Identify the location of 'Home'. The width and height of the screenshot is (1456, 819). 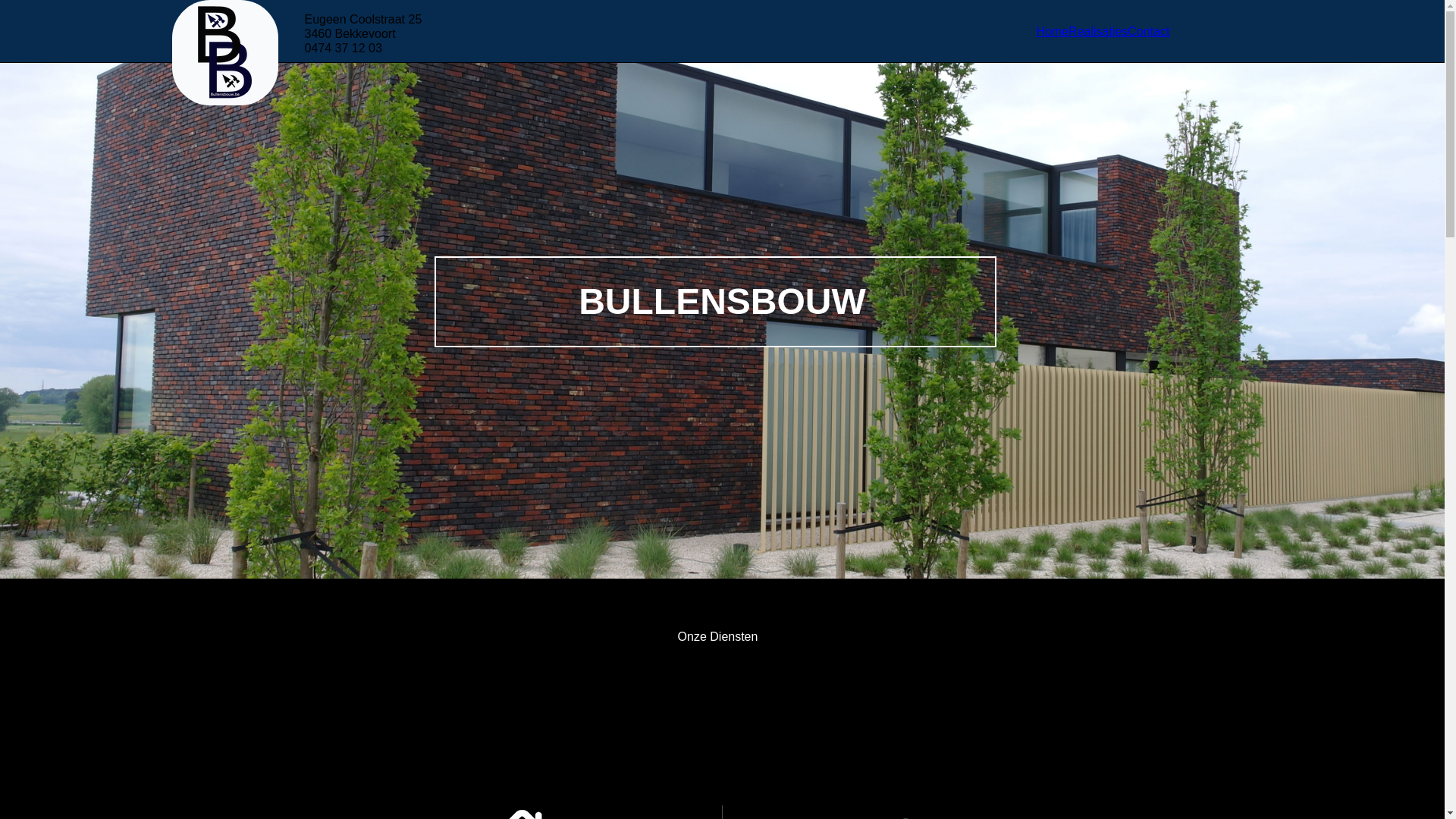
(1051, 31).